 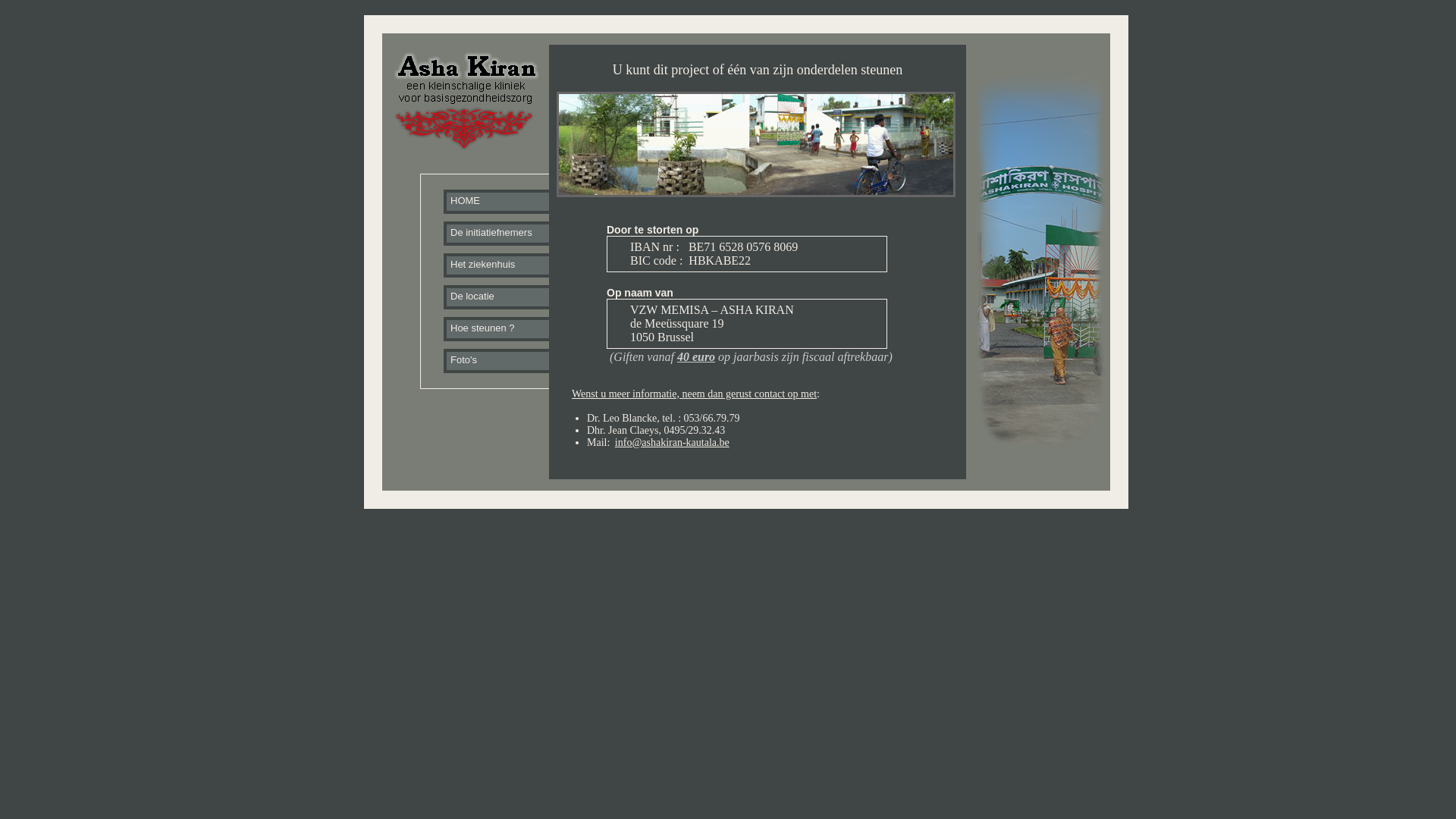 What do you see at coordinates (508, 202) in the screenshot?
I see `'HOME'` at bounding box center [508, 202].